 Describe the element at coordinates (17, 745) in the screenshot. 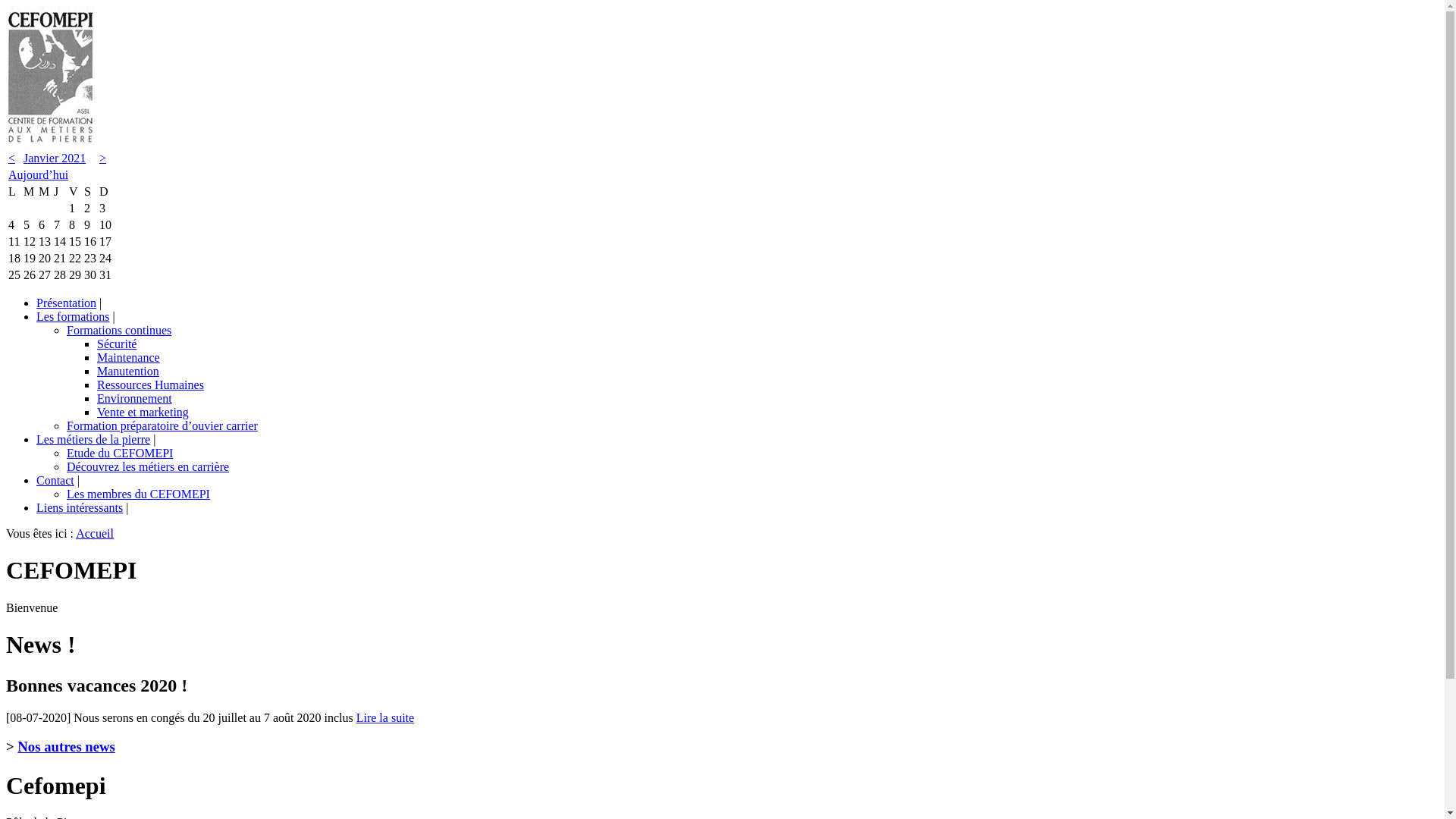

I see `'Nos autres news'` at that location.